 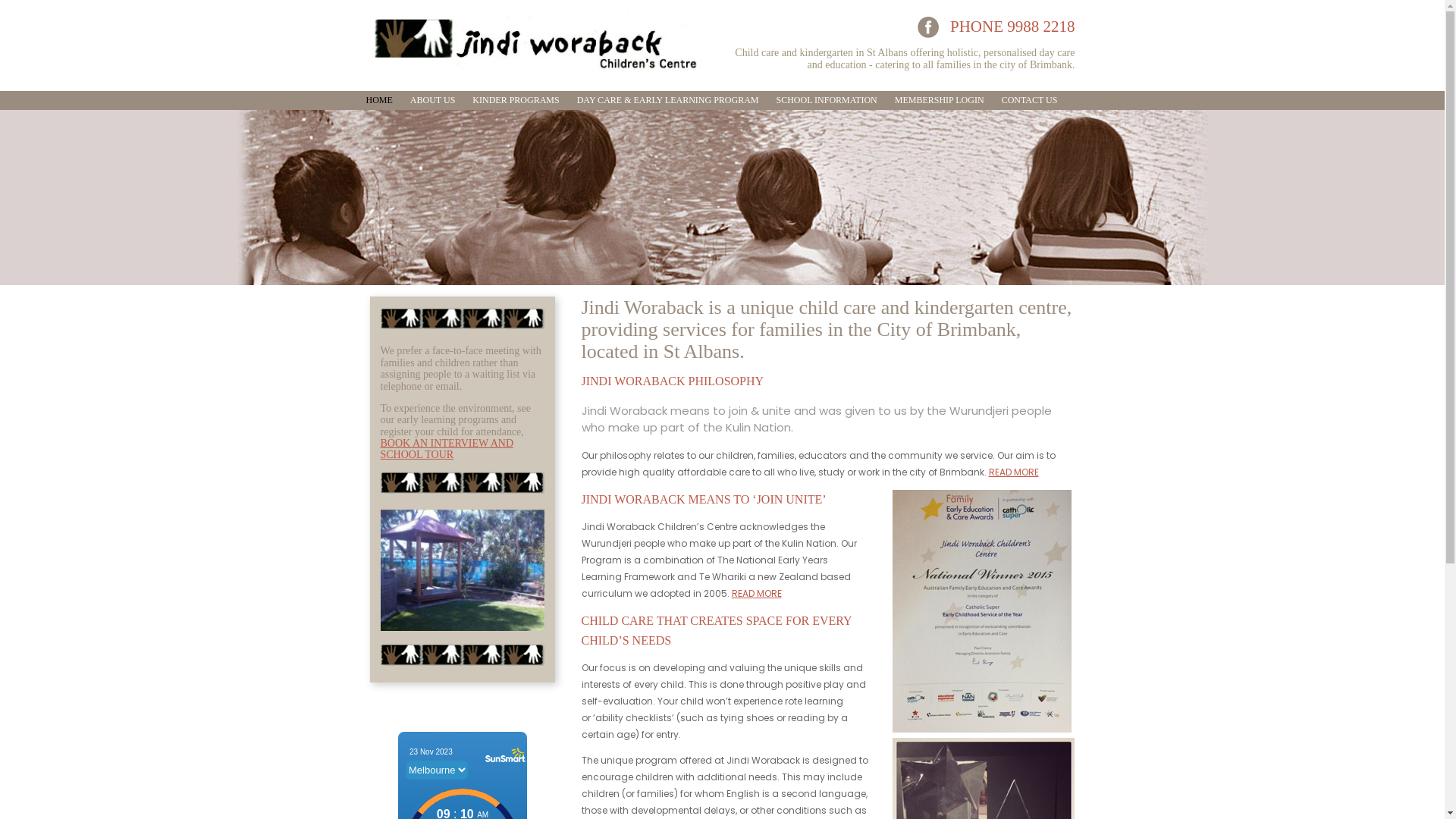 I want to click on 'SCHOOL INFORMATION', so click(x=825, y=100).